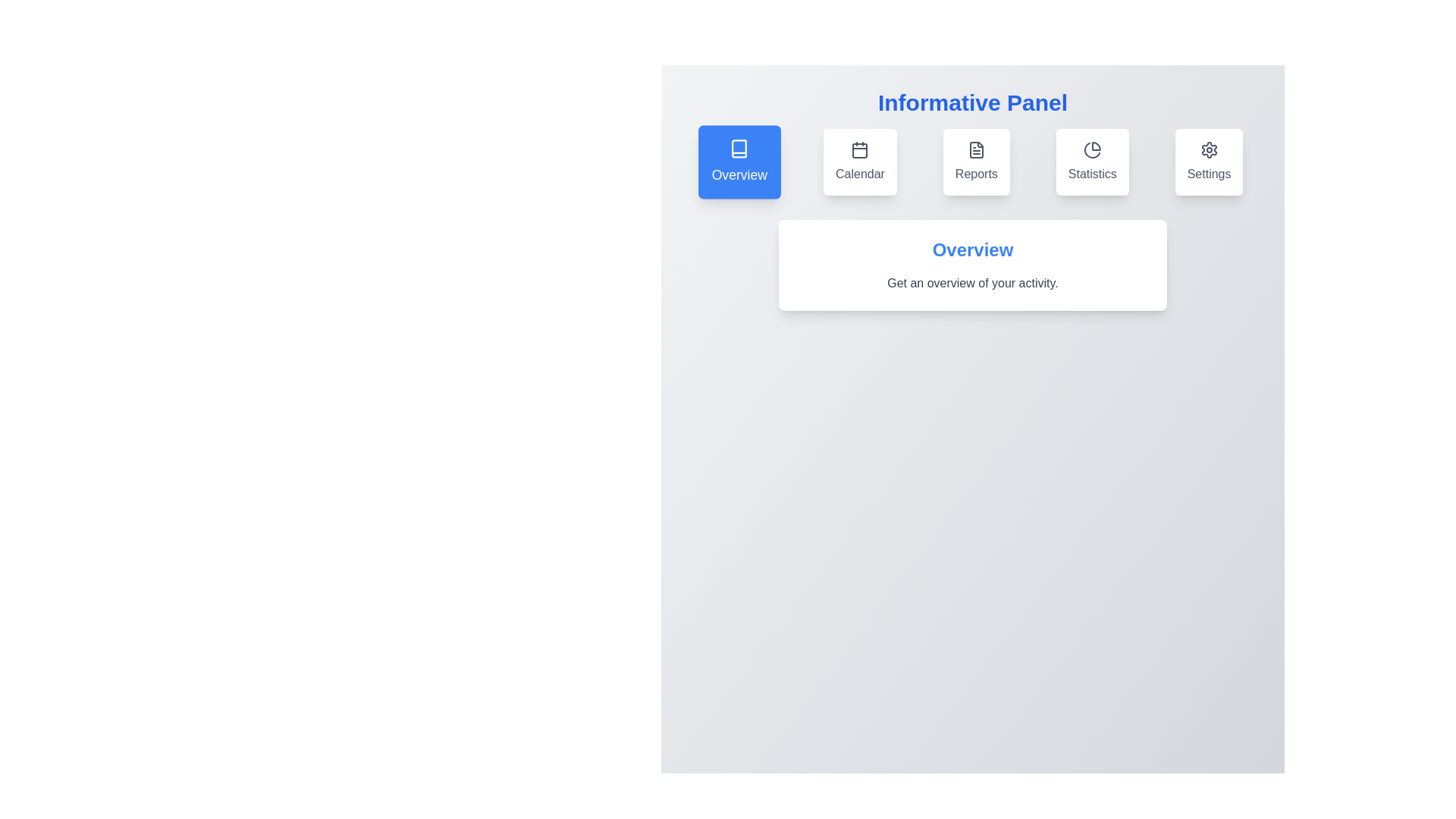  Describe the element at coordinates (739, 149) in the screenshot. I see `the 'Overview' icon located in the top-left region of the interface, which is part of a blue button and the first item in a horizontally arranged menu` at that location.